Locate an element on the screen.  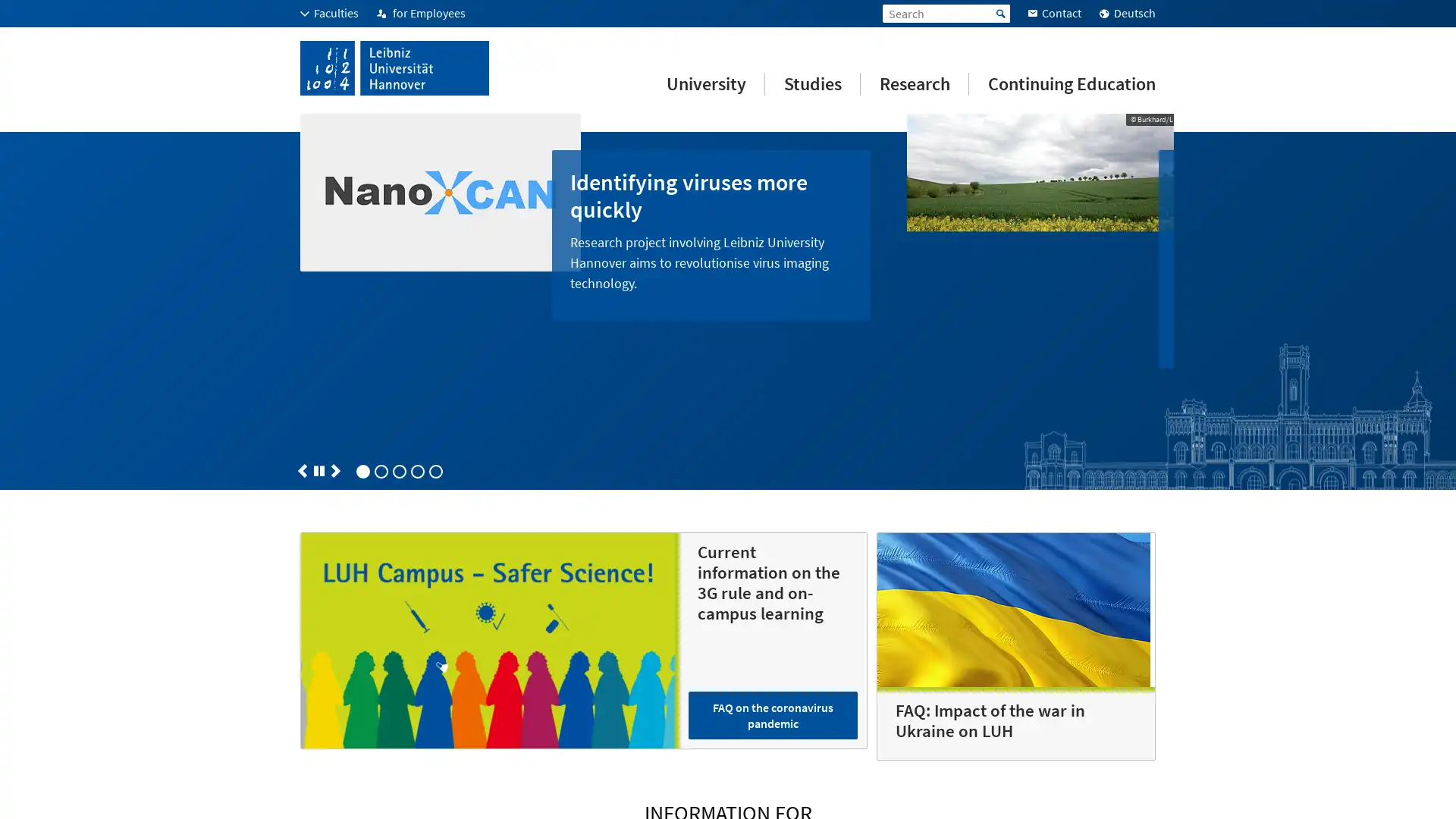
P is located at coordinates (318, 375).